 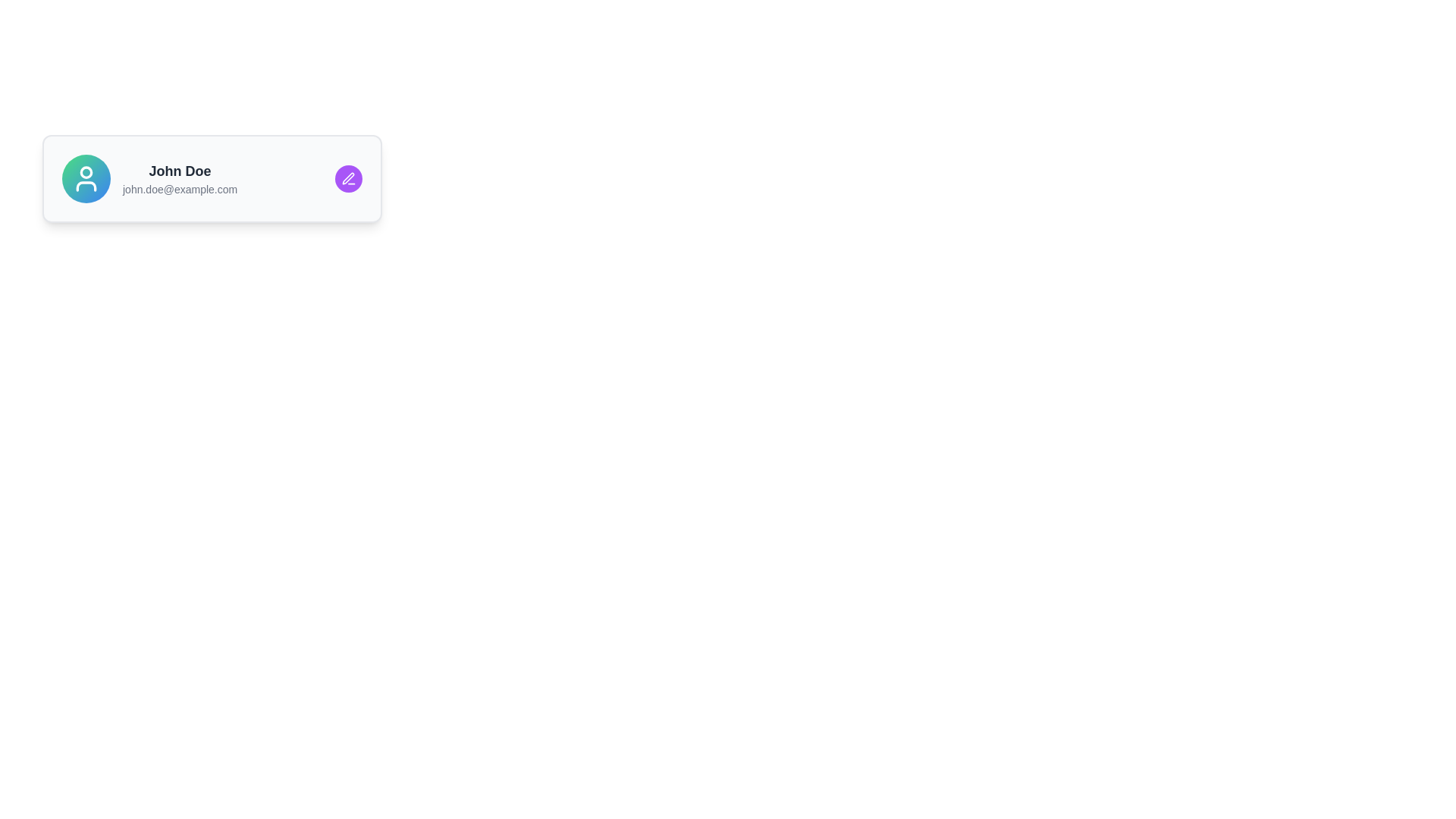 What do you see at coordinates (86, 177) in the screenshot?
I see `the user profile SVG icon located within the circular component to the left of the text block containing 'John Doe' and 'john.doe@example.com'` at bounding box center [86, 177].